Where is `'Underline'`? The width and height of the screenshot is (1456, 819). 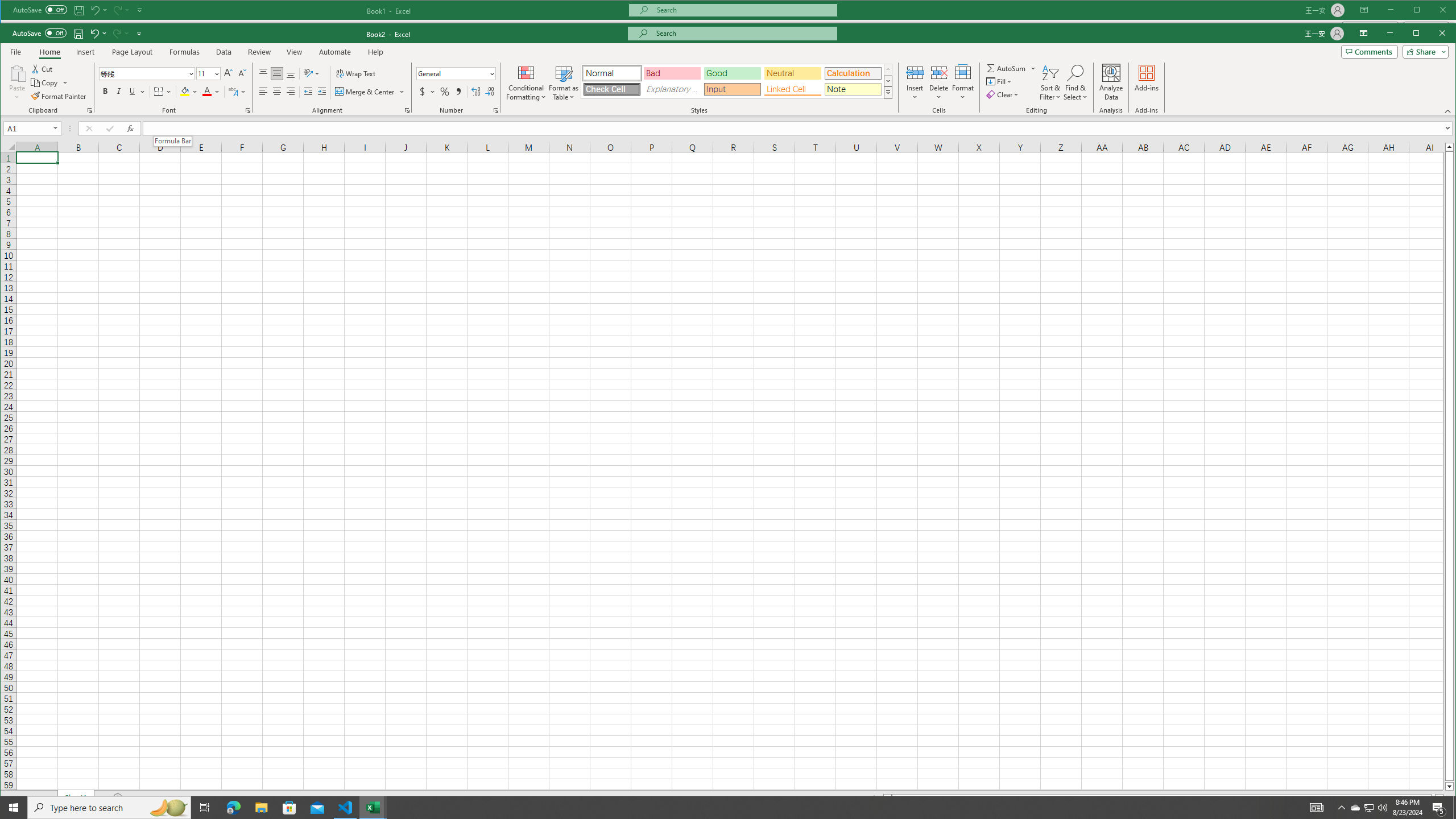 'Underline' is located at coordinates (136, 91).